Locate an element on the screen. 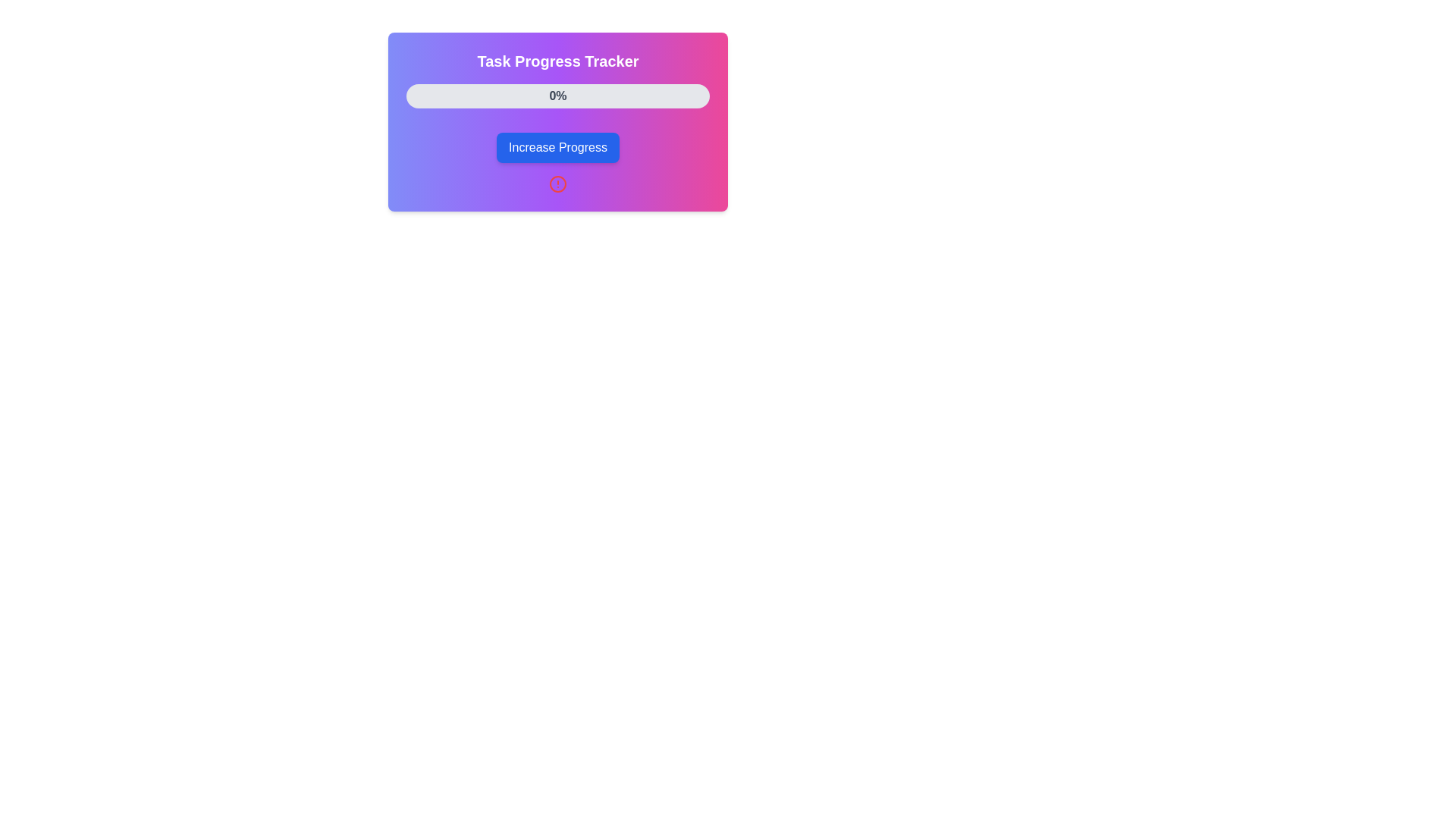 Image resolution: width=1456 pixels, height=819 pixels. the progress bar located beneath the 'Task Progress Tracker' heading and above the 'Increase Progress' button is located at coordinates (557, 96).